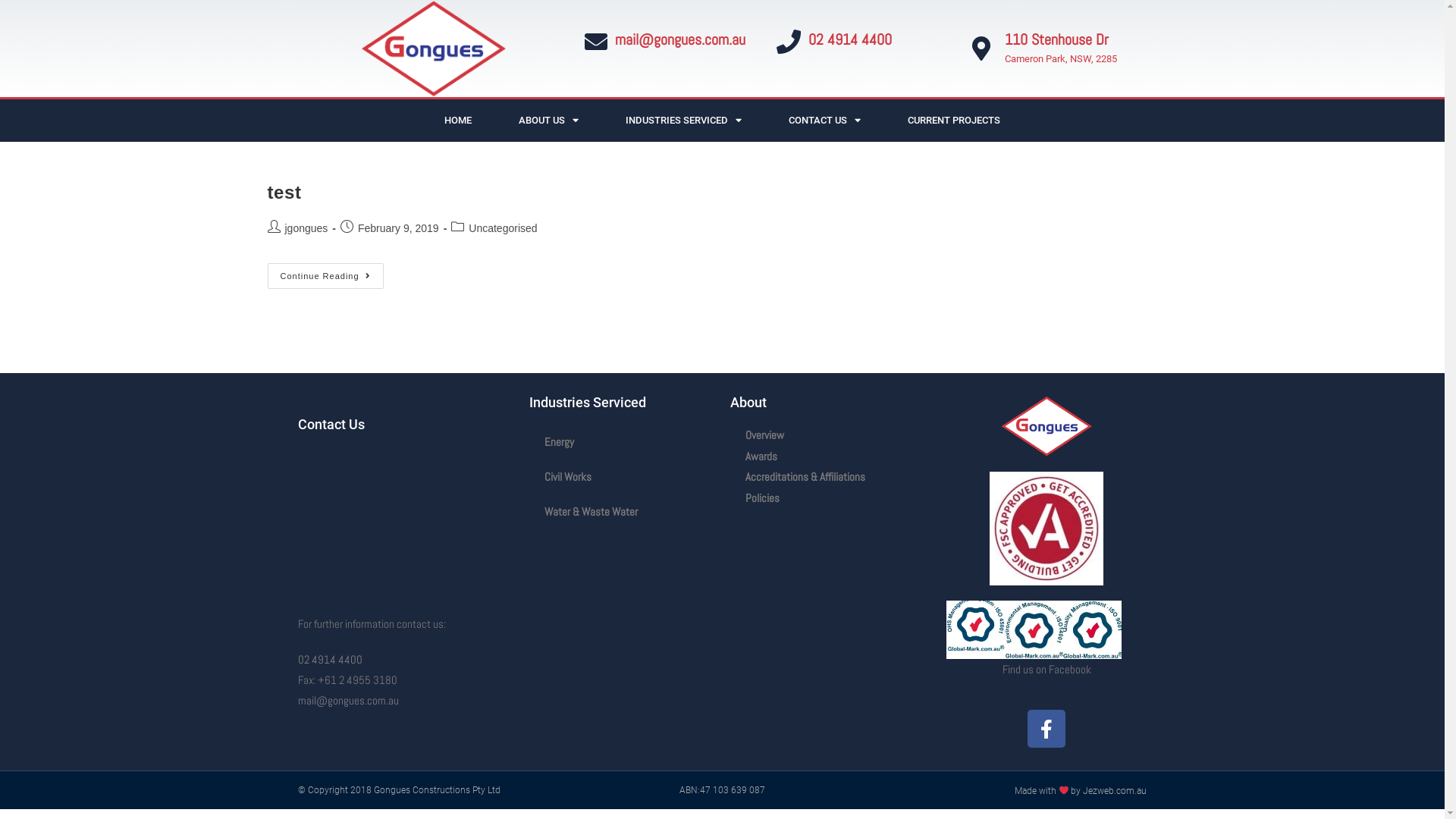 This screenshot has height=819, width=1456. I want to click on 'test', so click(284, 191).